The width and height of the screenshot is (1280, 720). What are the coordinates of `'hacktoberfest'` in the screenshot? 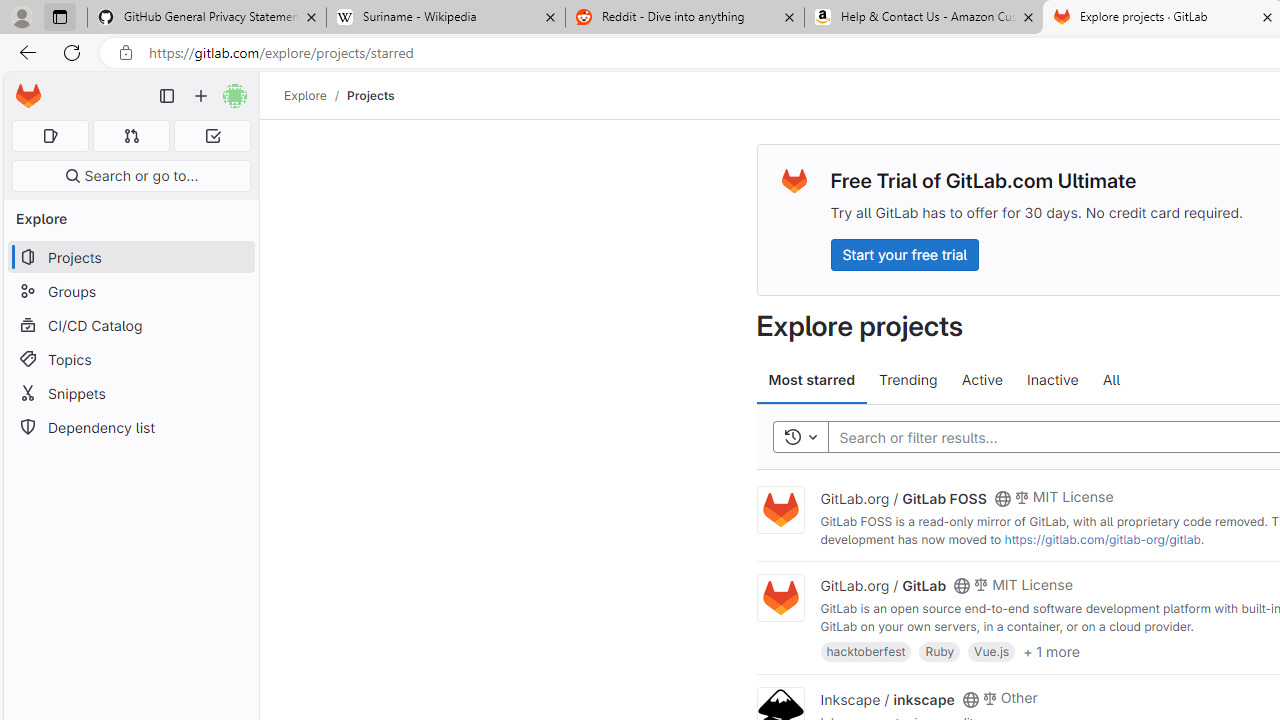 It's located at (866, 651).